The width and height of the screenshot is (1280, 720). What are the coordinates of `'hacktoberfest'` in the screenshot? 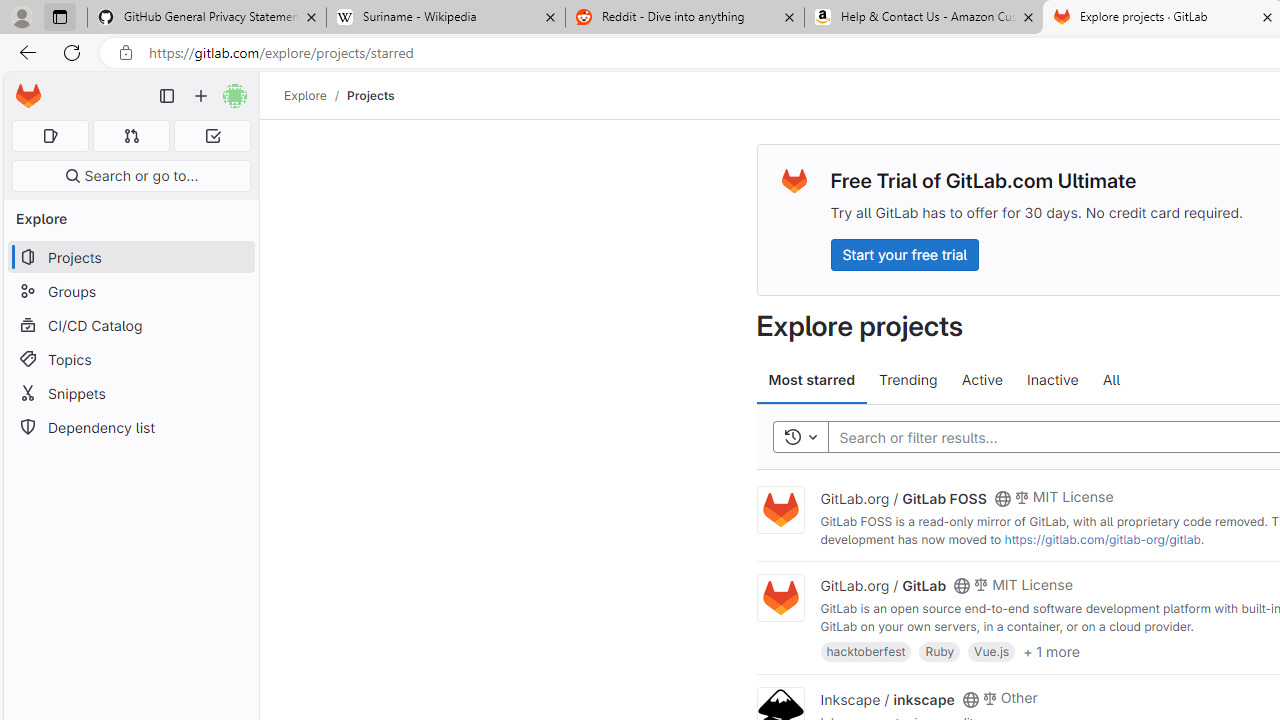 It's located at (866, 651).